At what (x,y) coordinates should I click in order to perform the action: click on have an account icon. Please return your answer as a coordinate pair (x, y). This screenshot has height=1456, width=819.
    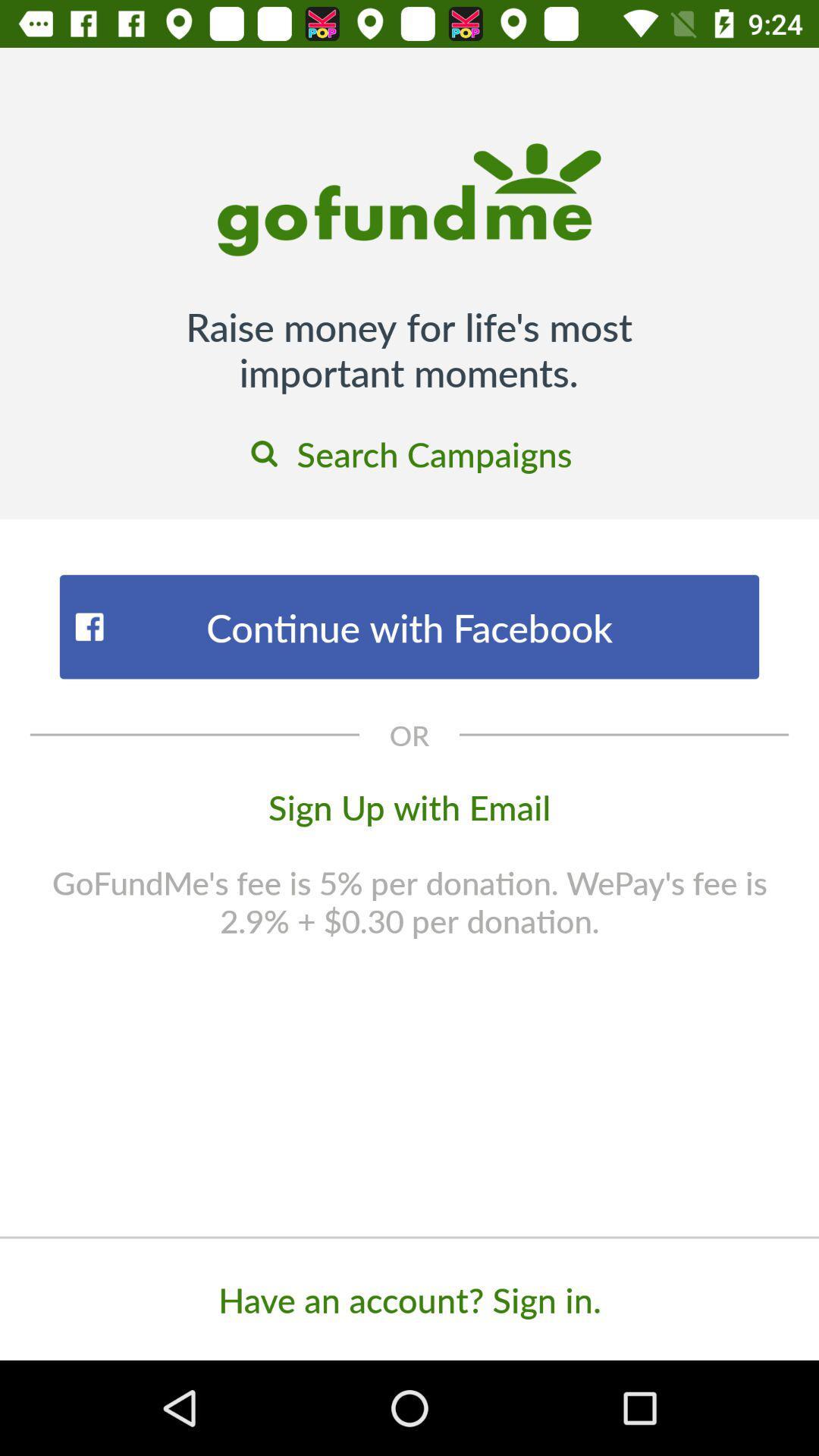
    Looking at the image, I should click on (409, 1298).